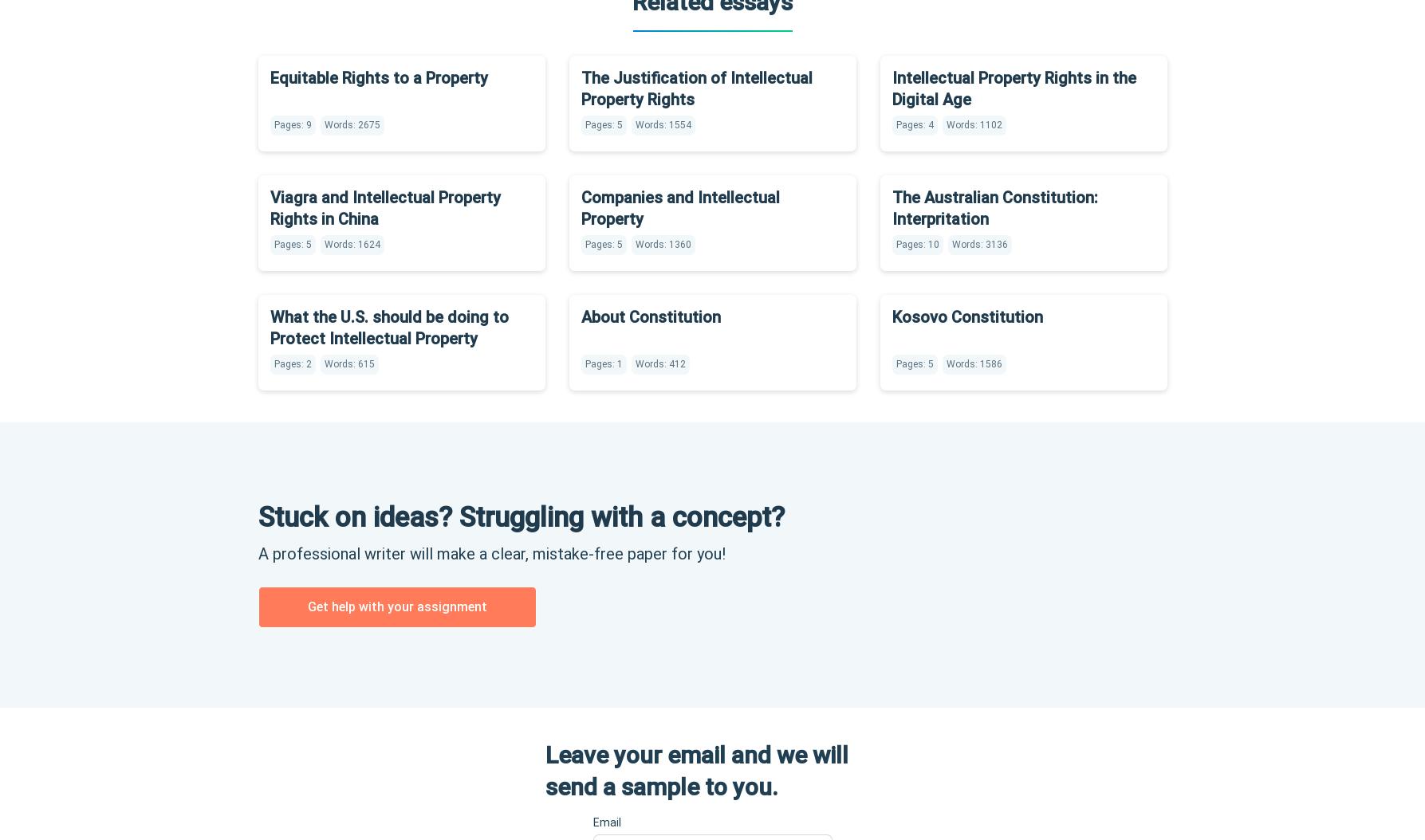 The image size is (1425, 840). What do you see at coordinates (352, 124) in the screenshot?
I see `'Words: 2675'` at bounding box center [352, 124].